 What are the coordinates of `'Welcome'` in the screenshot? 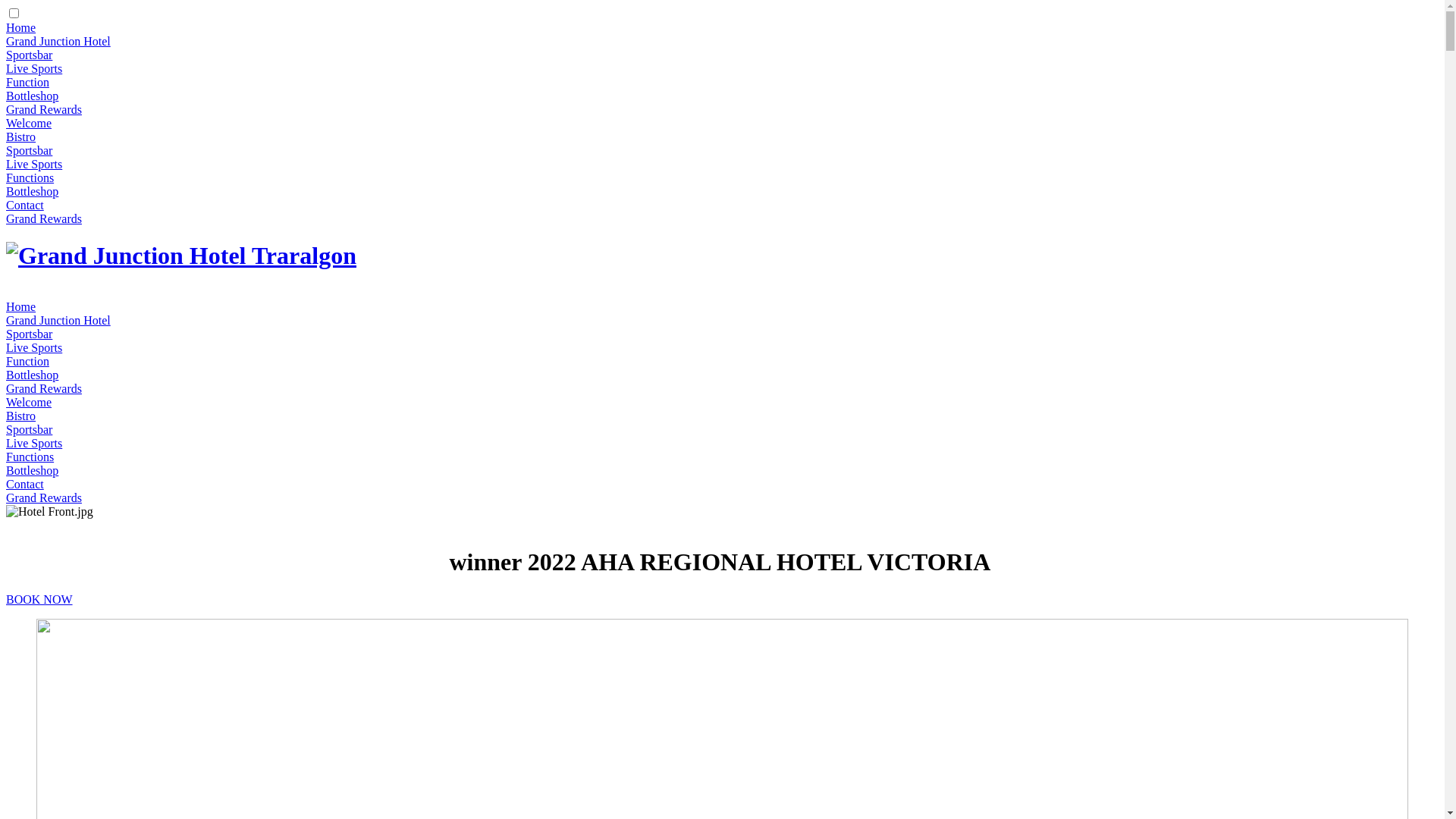 It's located at (29, 122).